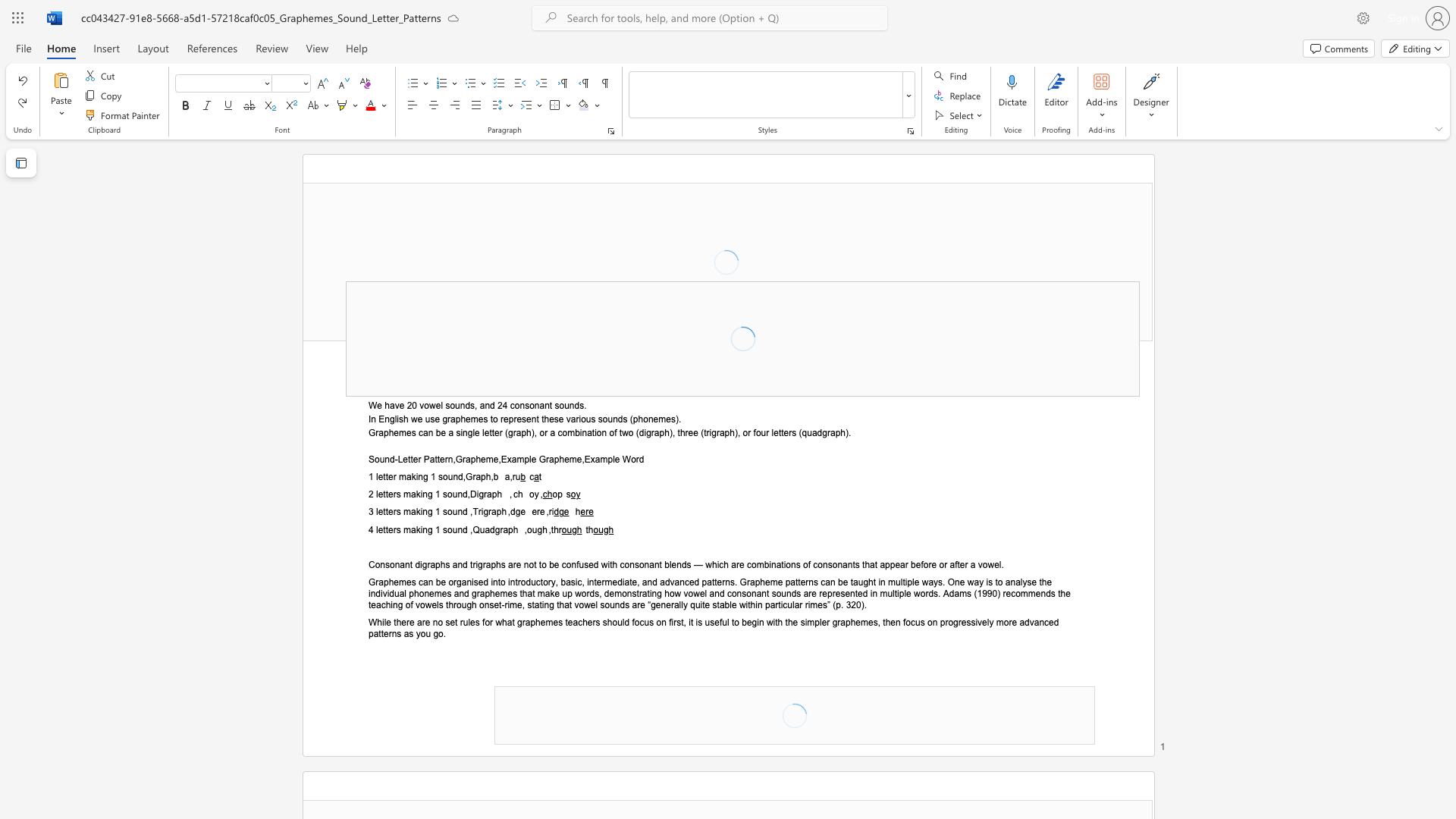  Describe the element at coordinates (546, 405) in the screenshot. I see `the 5th character "n" in the text` at that location.